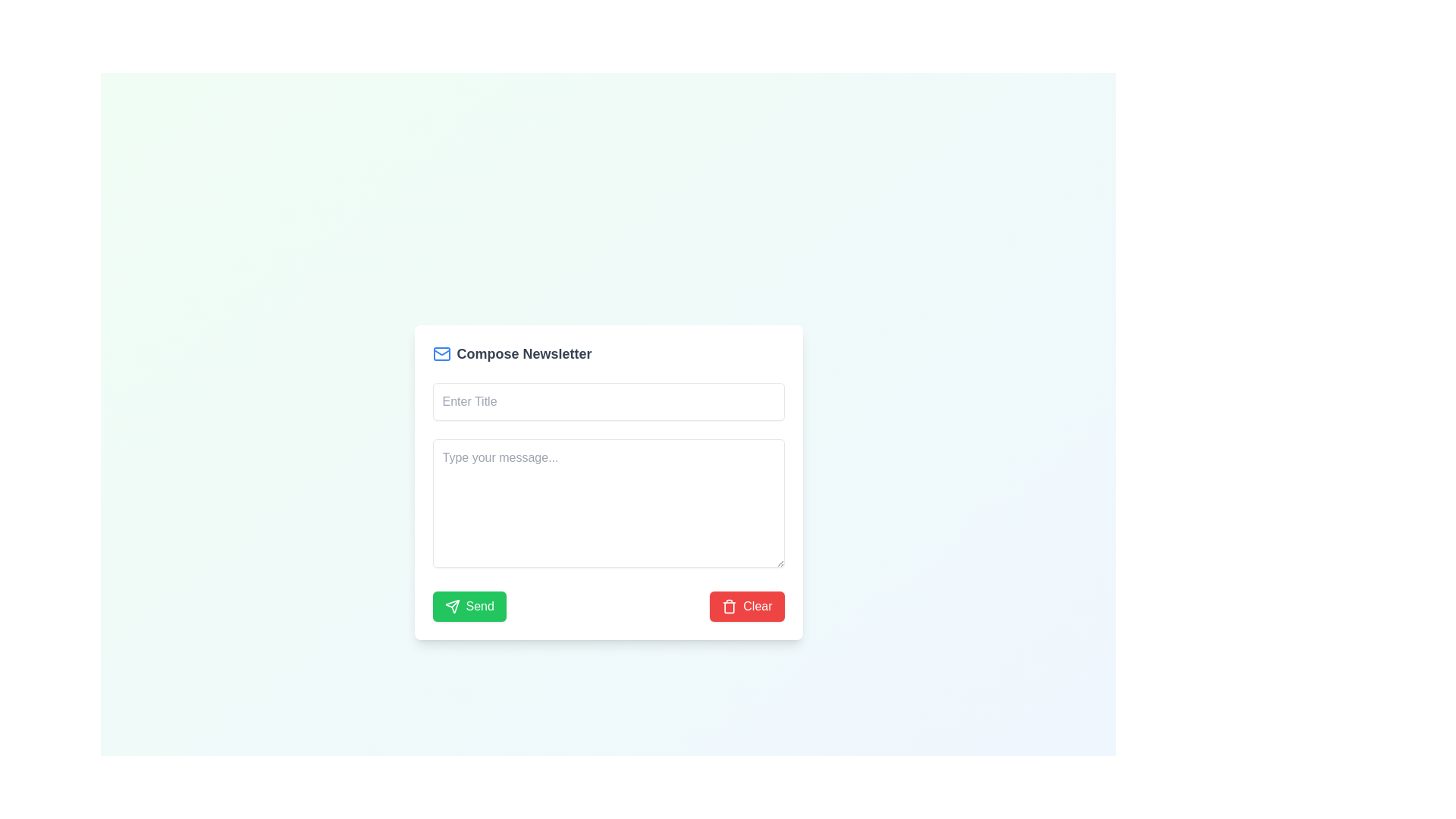 Image resolution: width=1456 pixels, height=819 pixels. Describe the element at coordinates (454, 601) in the screenshot. I see `the 'Send' button which is represented by a graphical icon indicating a sending action, located in the center-right section of a green circular button within the 'Compose Newsletter' form area` at that location.